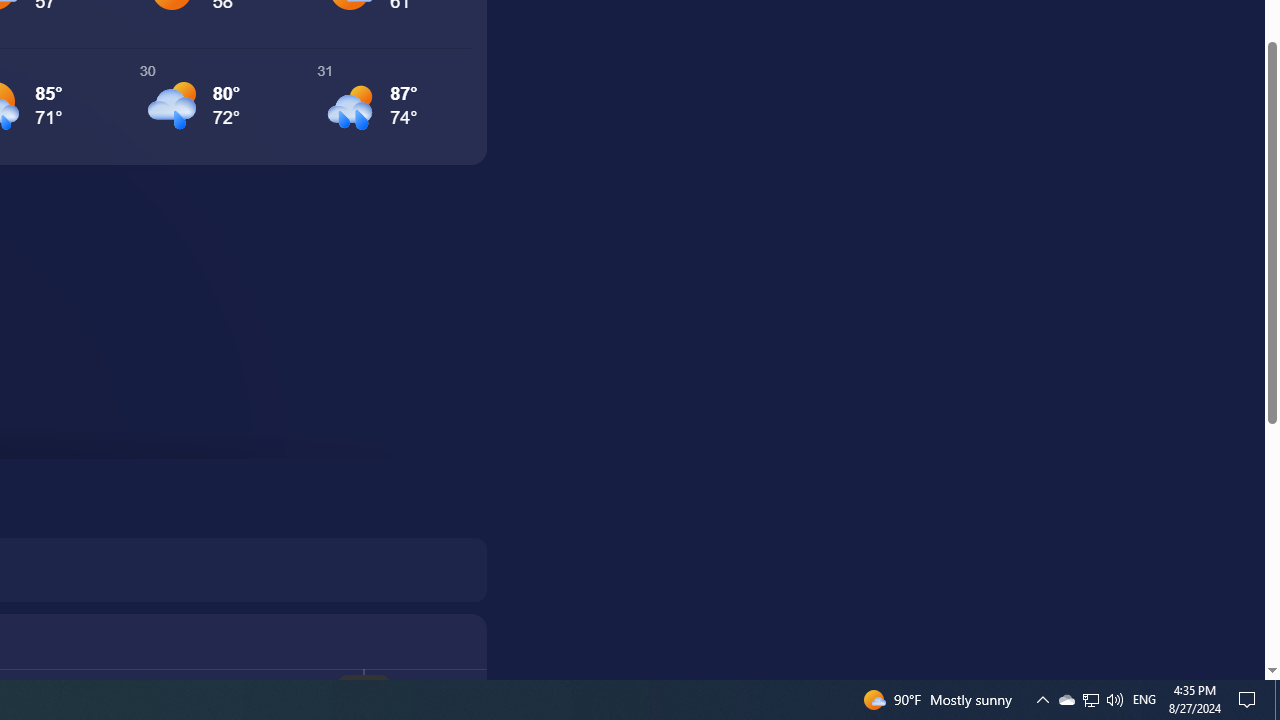 The height and width of the screenshot is (720, 1280). I want to click on 'Q2790: 100%', so click(1065, 698).